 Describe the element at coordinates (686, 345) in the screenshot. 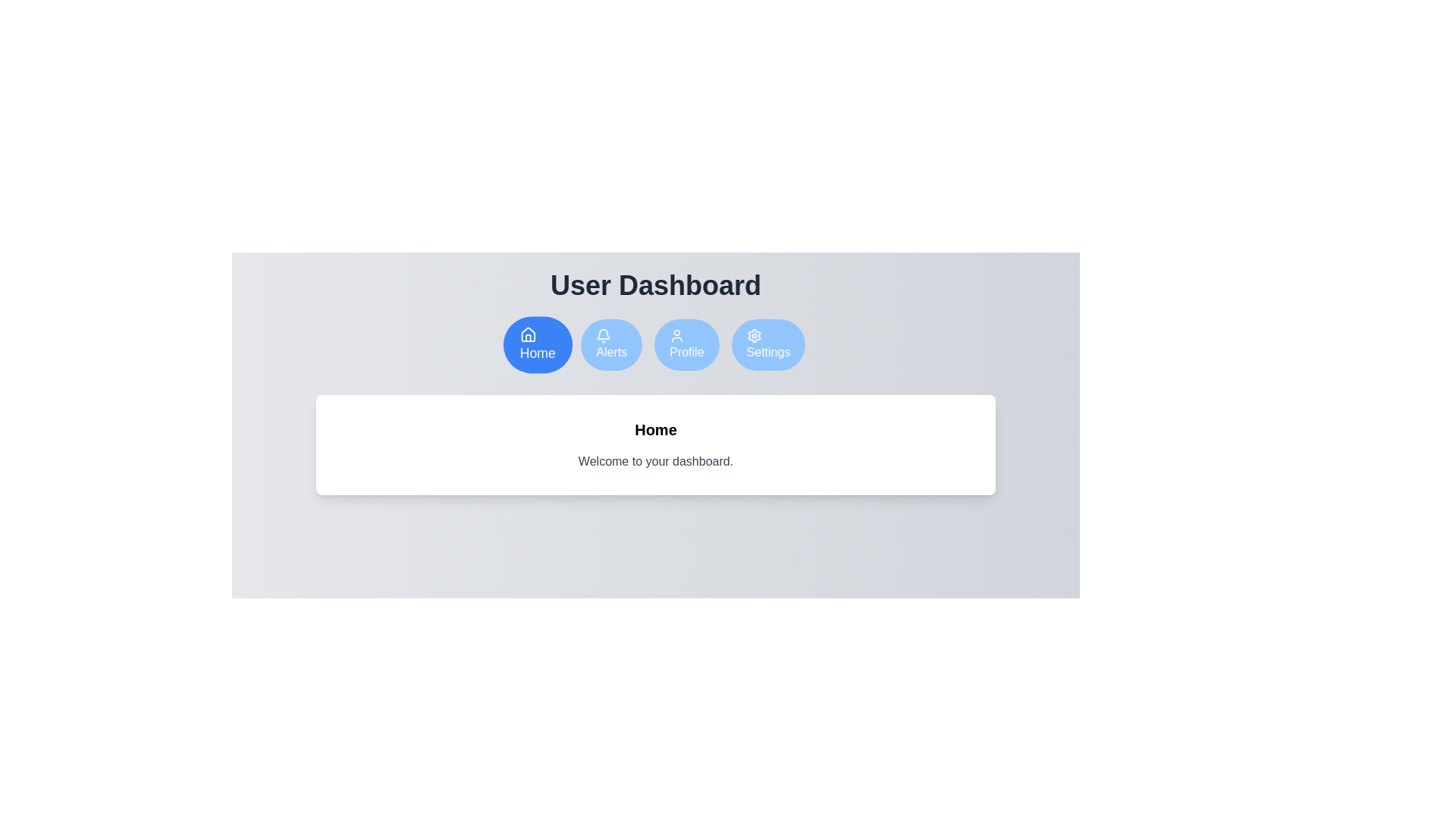

I see `the Profile tab by clicking on the respective button` at that location.